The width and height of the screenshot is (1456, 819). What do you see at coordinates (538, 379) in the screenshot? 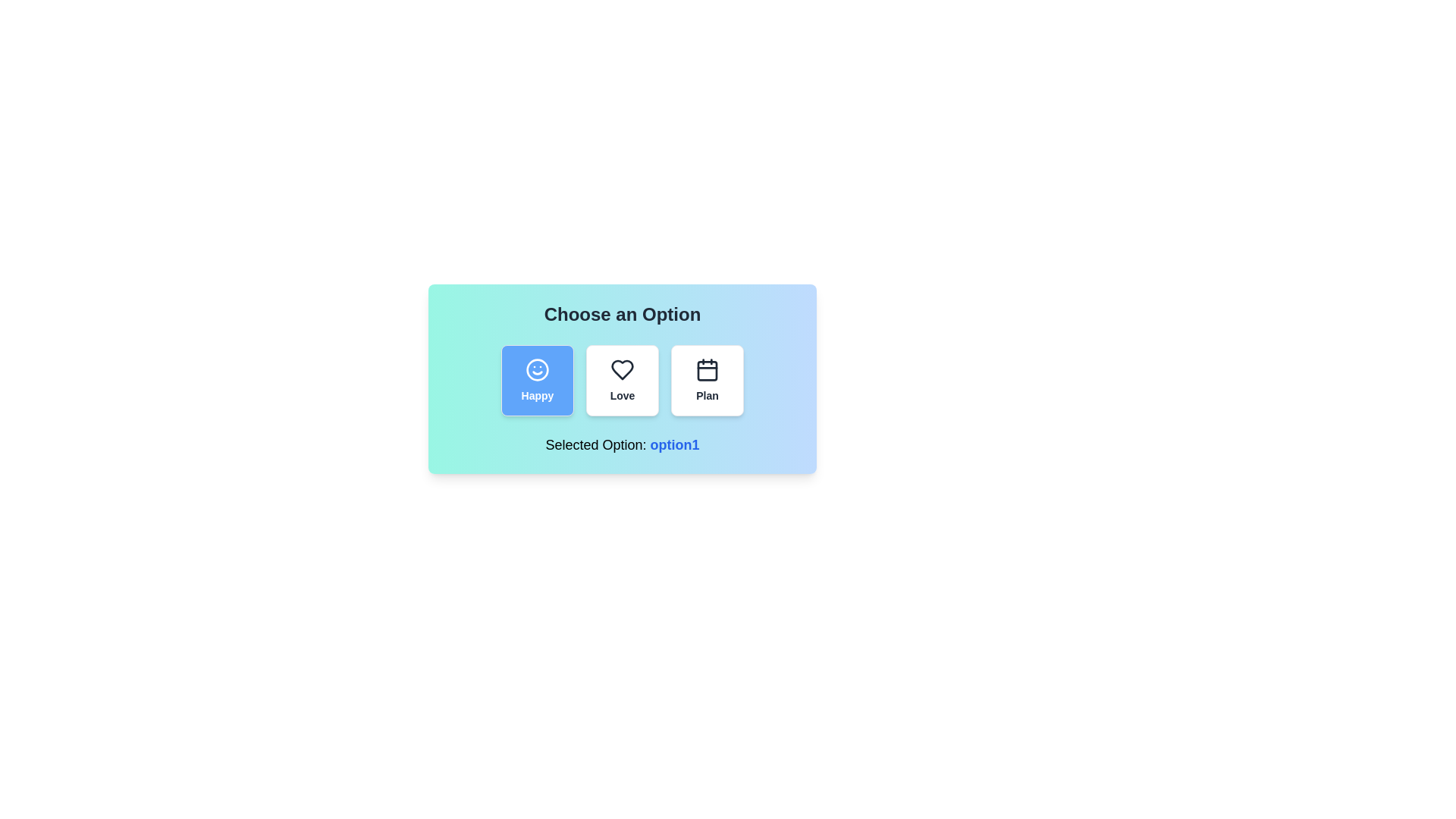
I see `the 'Happy' button` at bounding box center [538, 379].